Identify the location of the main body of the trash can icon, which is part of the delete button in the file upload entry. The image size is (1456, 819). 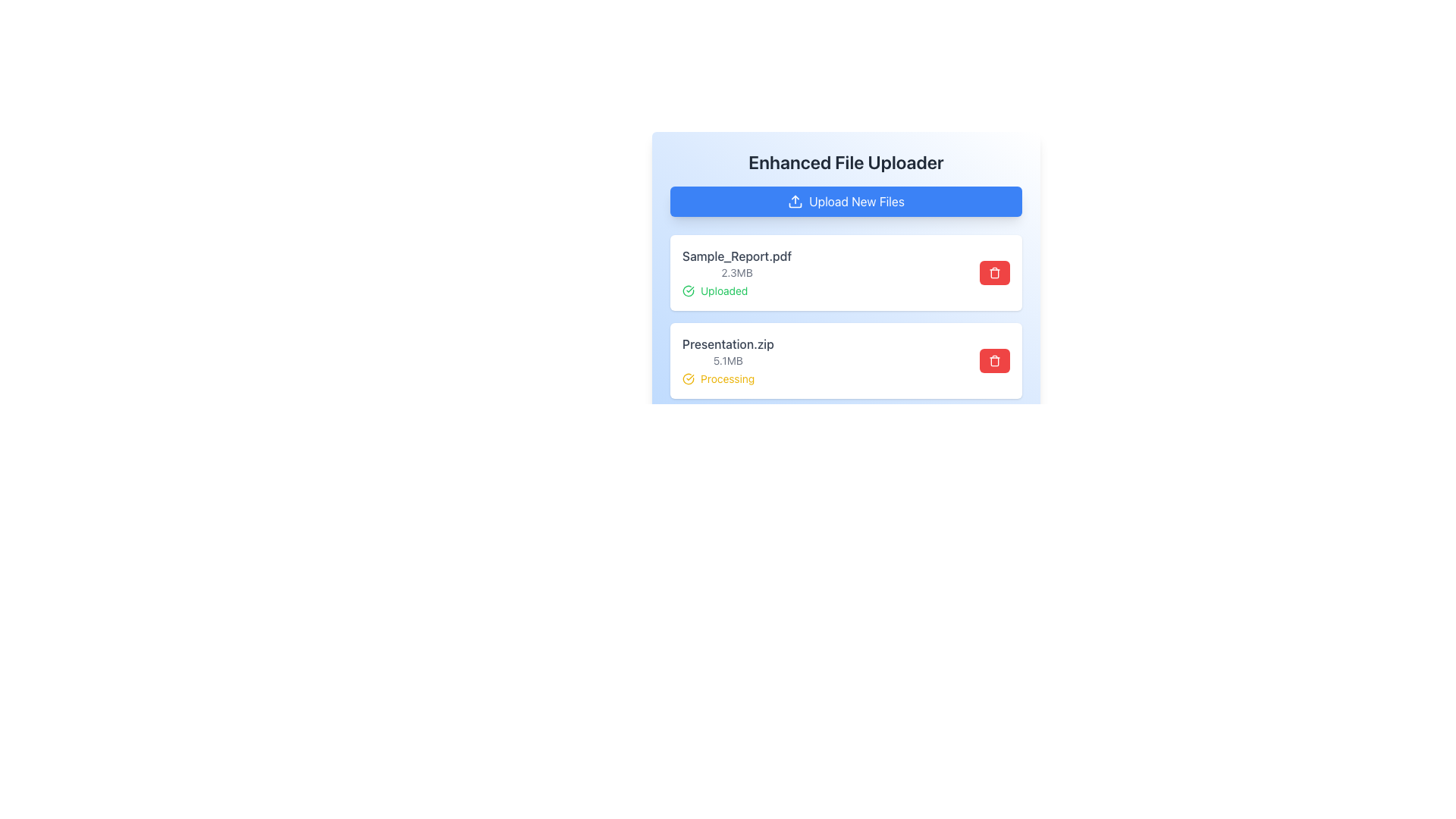
(994, 362).